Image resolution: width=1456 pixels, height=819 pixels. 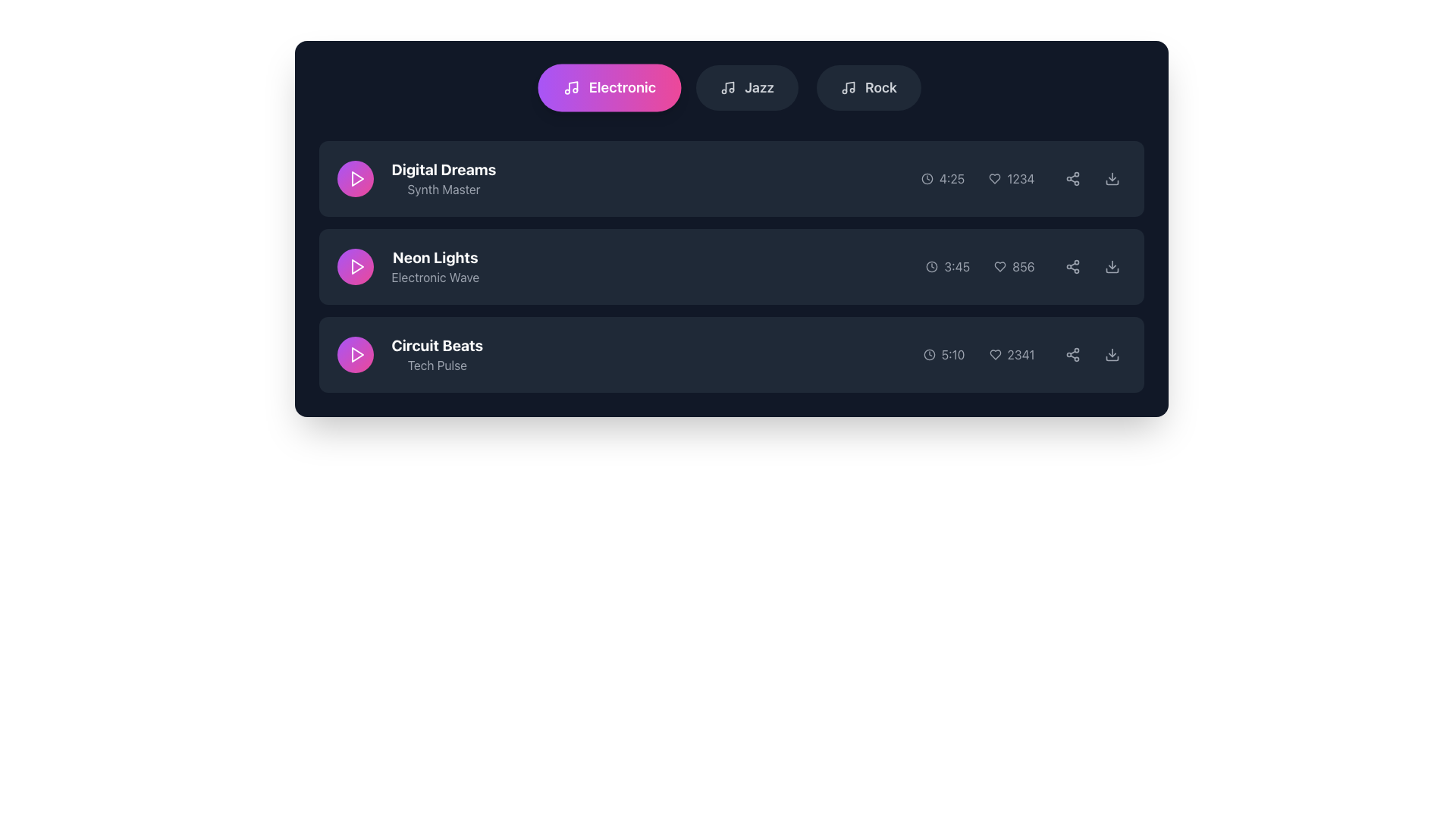 I want to click on the heart icon located to the left of the numeric text '856', so click(x=1000, y=265).